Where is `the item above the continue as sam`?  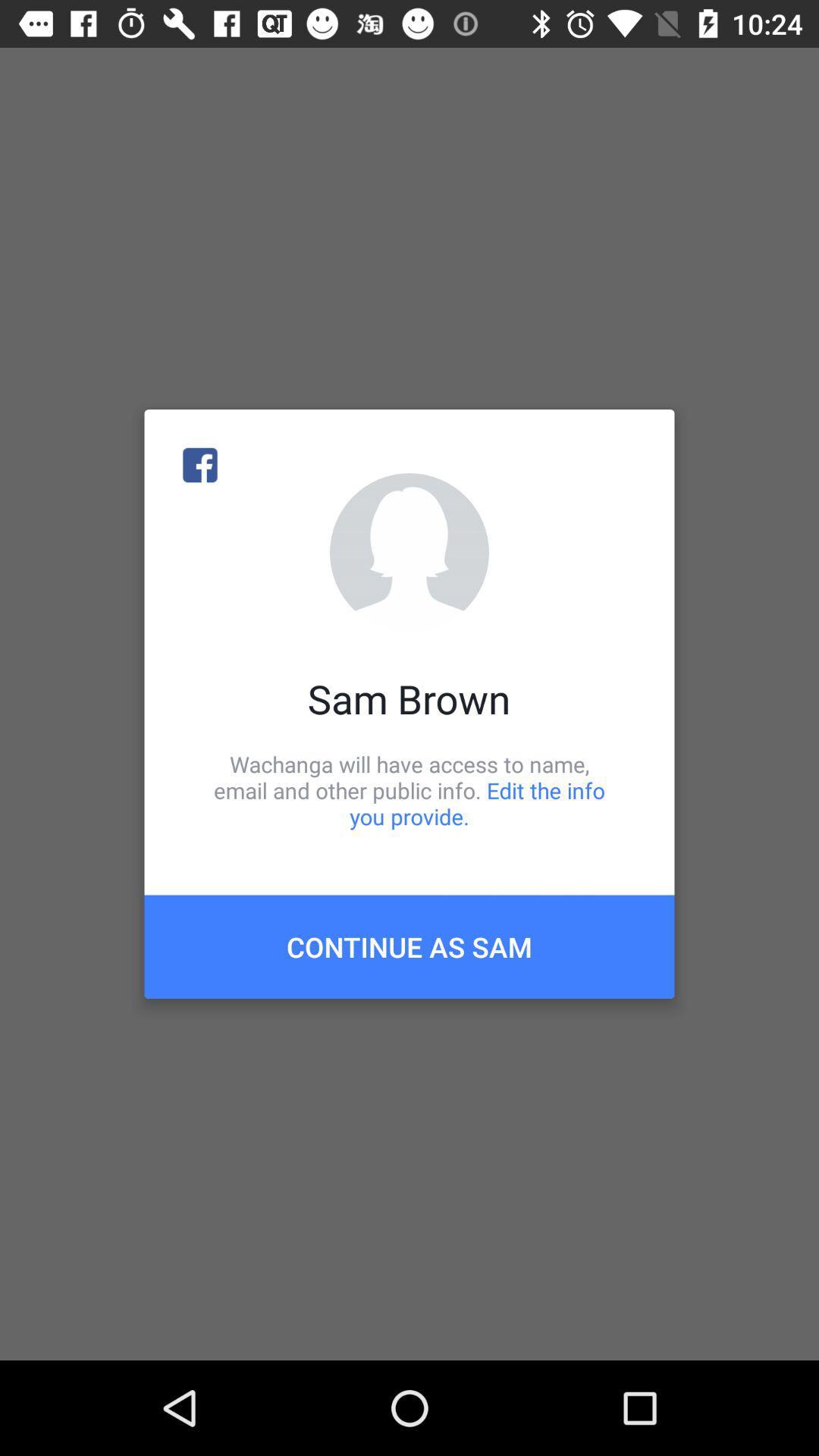
the item above the continue as sam is located at coordinates (409, 789).